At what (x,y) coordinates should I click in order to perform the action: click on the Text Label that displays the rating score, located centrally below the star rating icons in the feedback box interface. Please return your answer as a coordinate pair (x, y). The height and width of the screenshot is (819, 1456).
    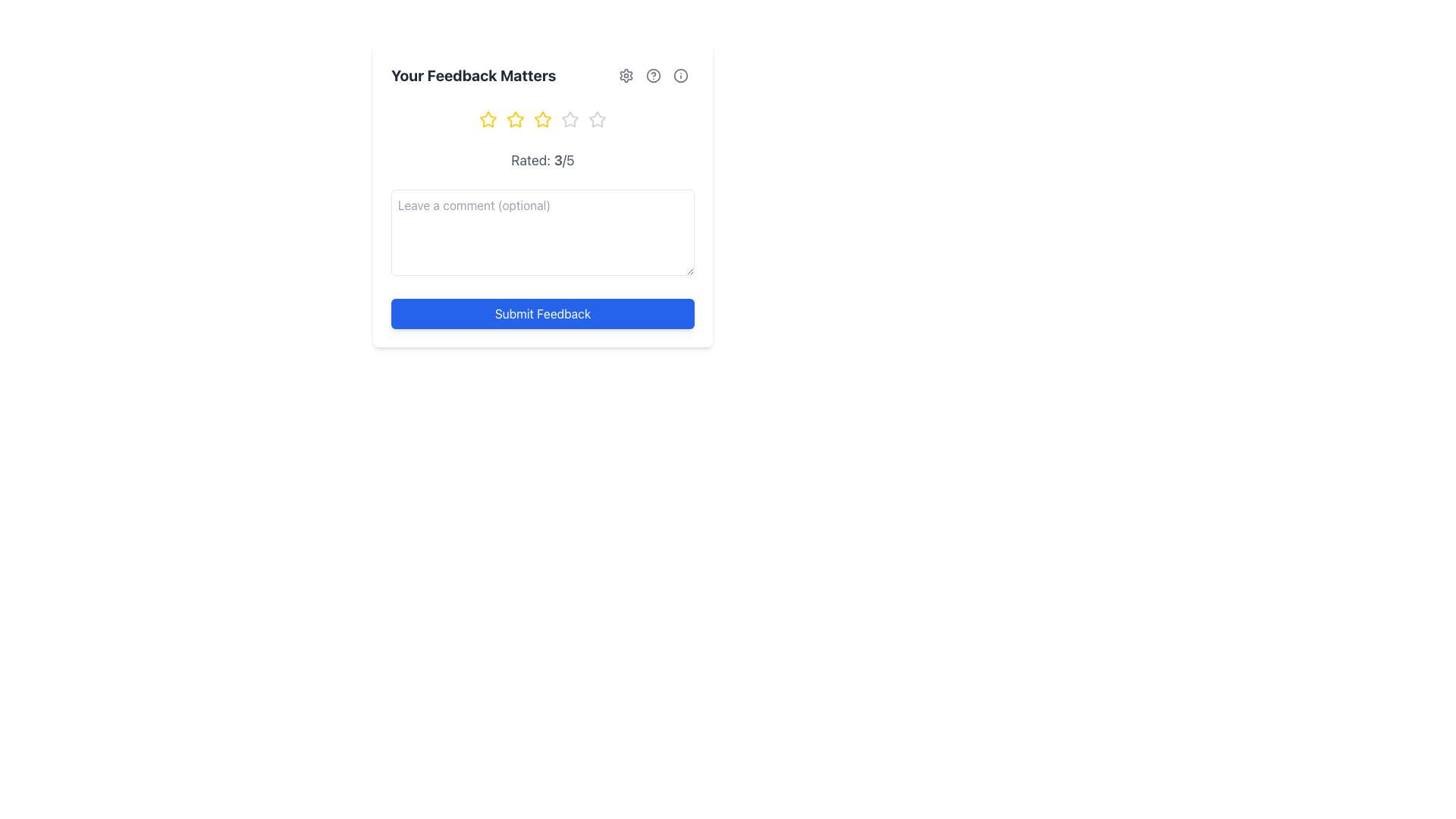
    Looking at the image, I should click on (542, 161).